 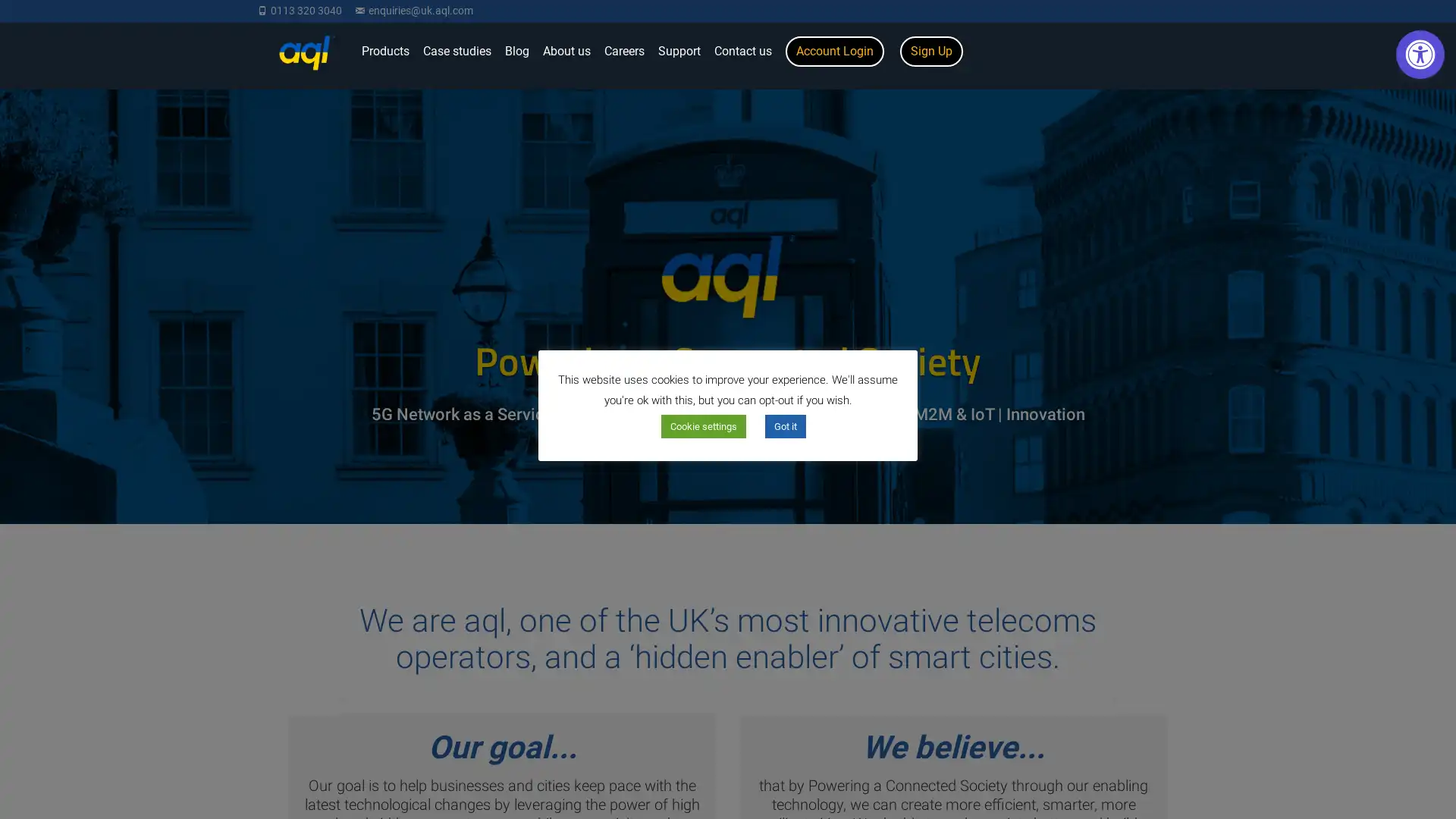 I want to click on Cookie settings, so click(x=702, y=426).